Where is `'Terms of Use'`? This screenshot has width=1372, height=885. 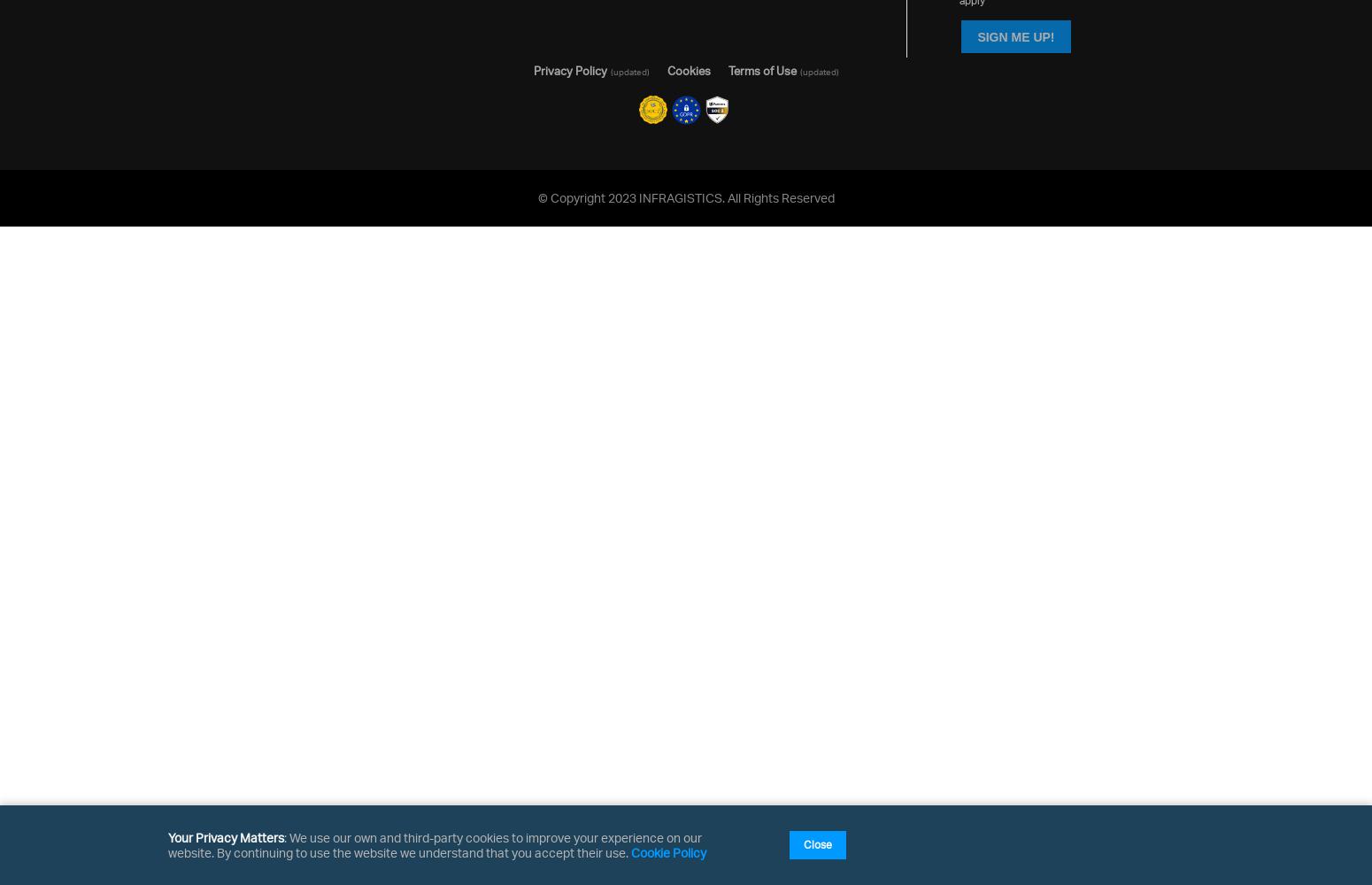 'Terms of Use' is located at coordinates (761, 70).